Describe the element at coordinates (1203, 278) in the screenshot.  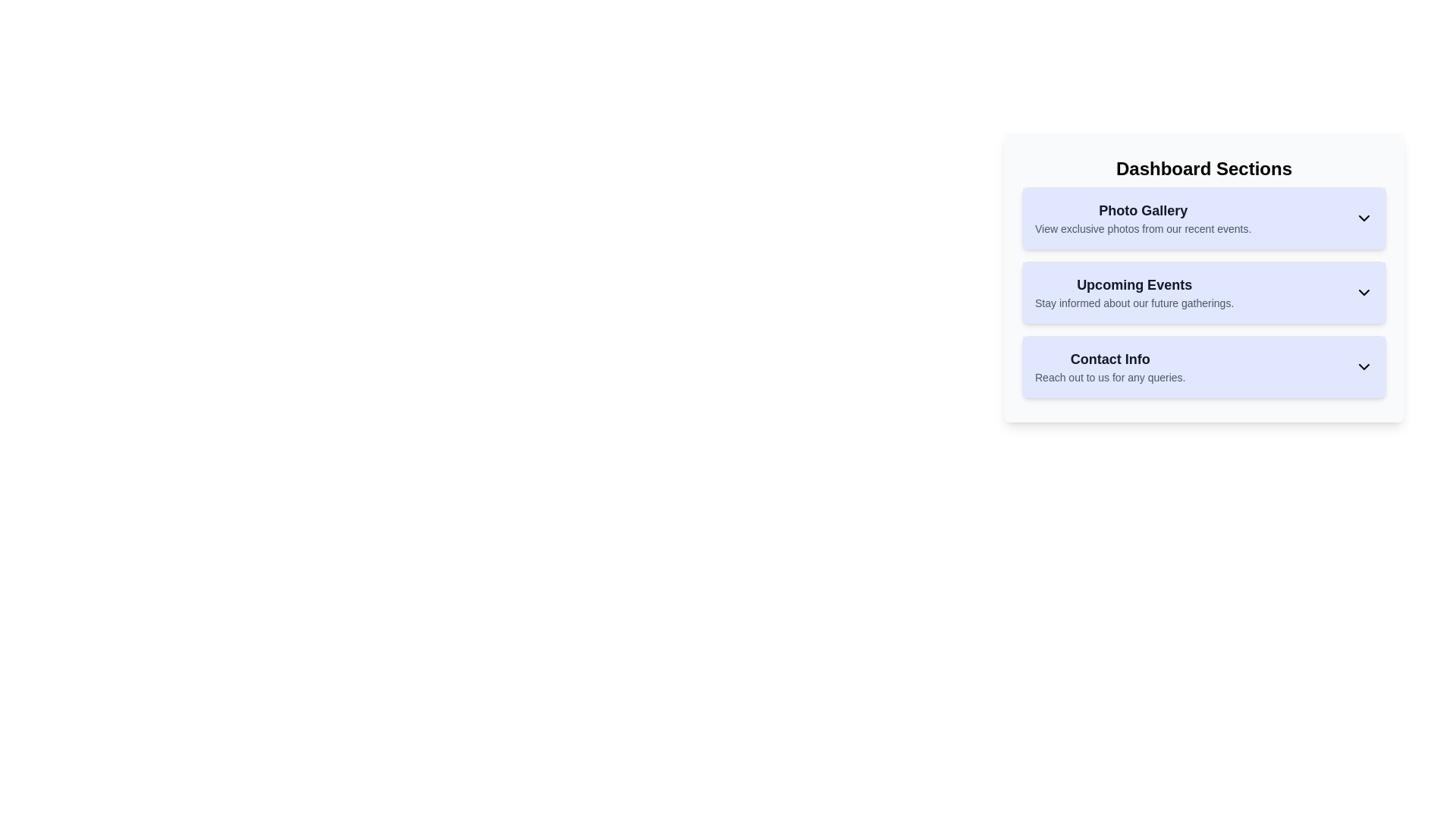
I see `the Collapsible panel located in the Dashboard Sections, positioned between the Photo Gallery and Contact Info sections` at that location.